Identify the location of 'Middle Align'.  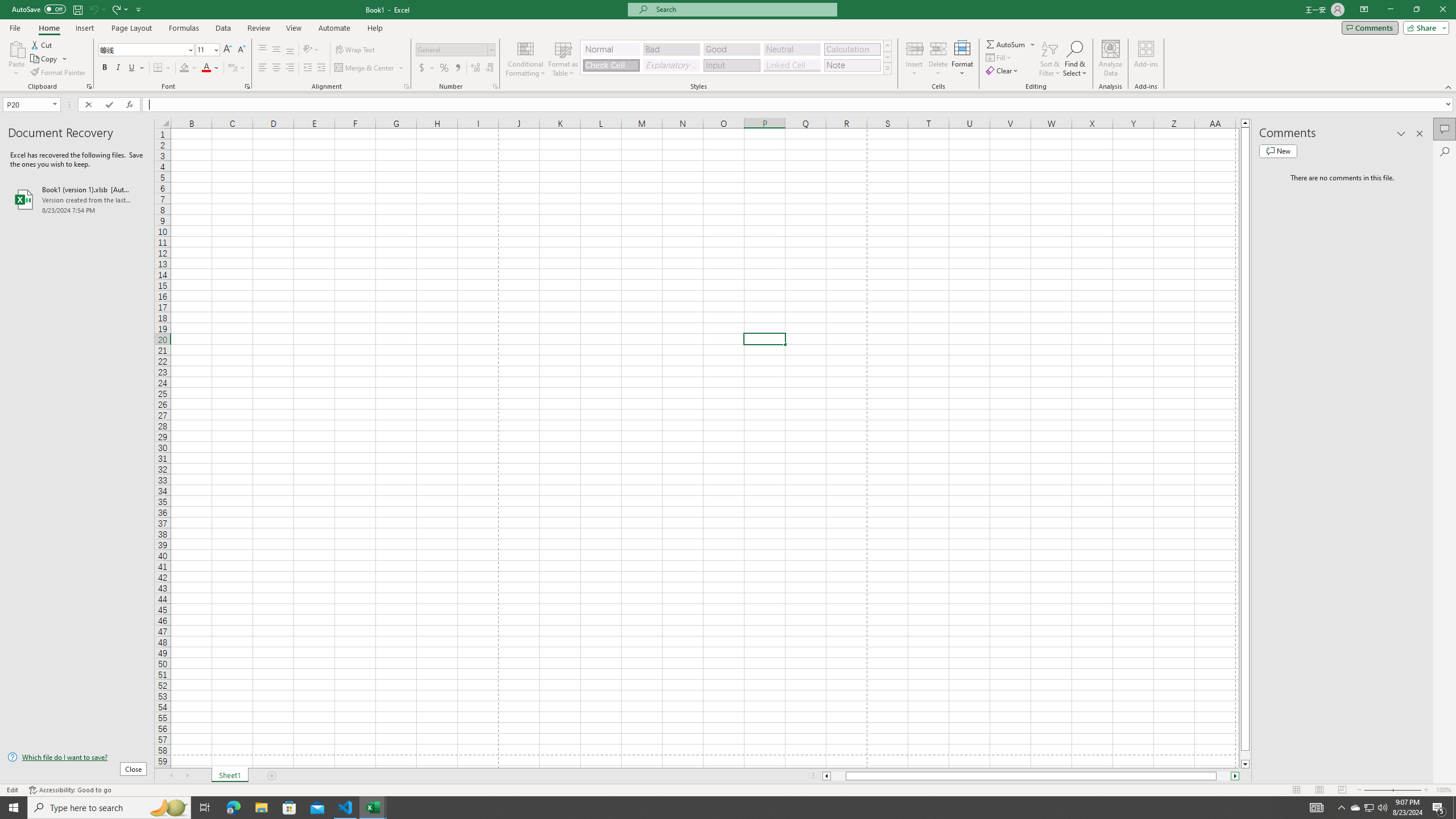
(276, 49).